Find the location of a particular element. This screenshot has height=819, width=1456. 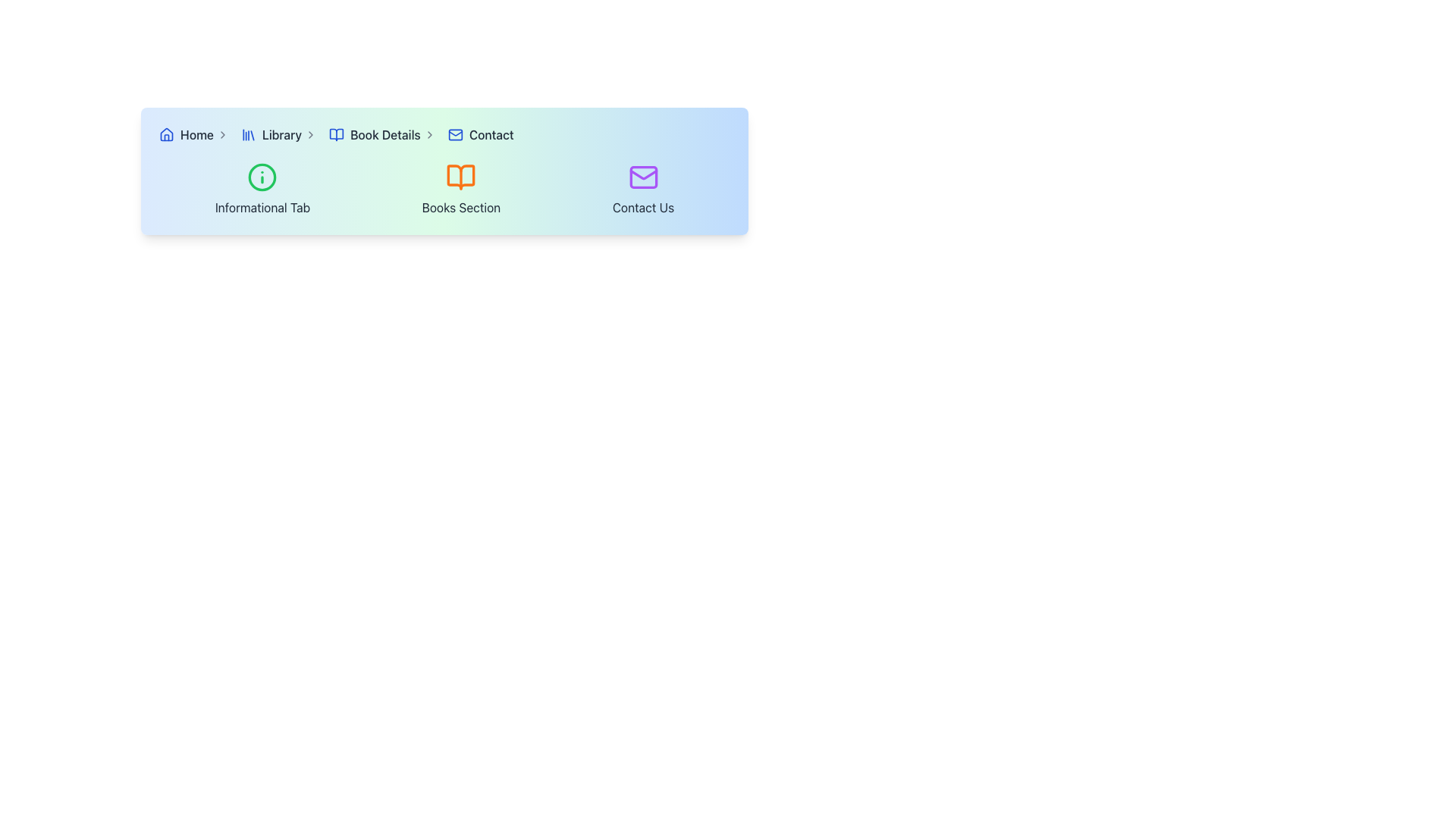

the 'Home' icon in the breadcrumb navigation is located at coordinates (167, 133).